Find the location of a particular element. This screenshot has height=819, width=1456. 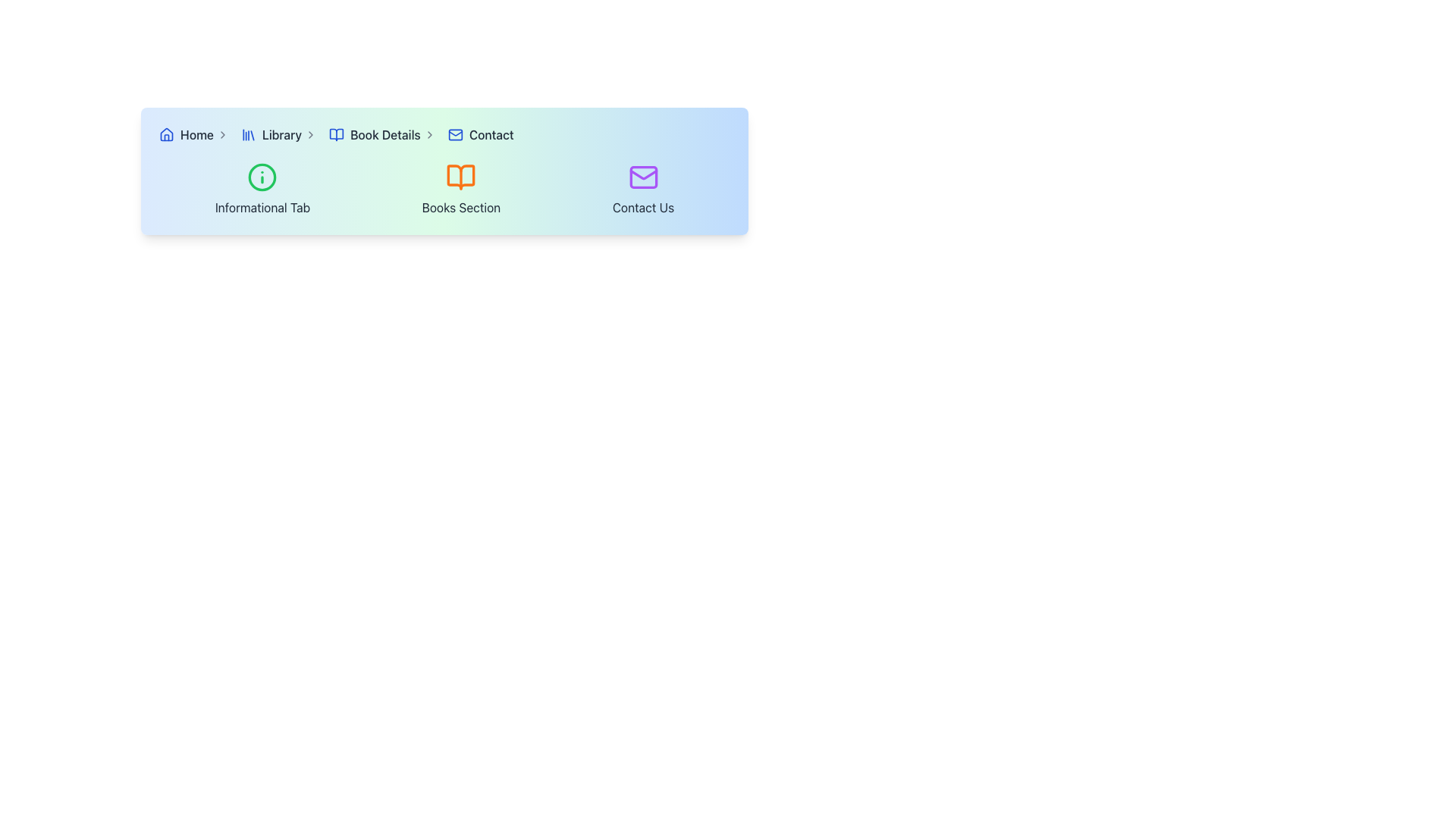

the 'Home' icon in the breadcrumb navigation is located at coordinates (167, 133).